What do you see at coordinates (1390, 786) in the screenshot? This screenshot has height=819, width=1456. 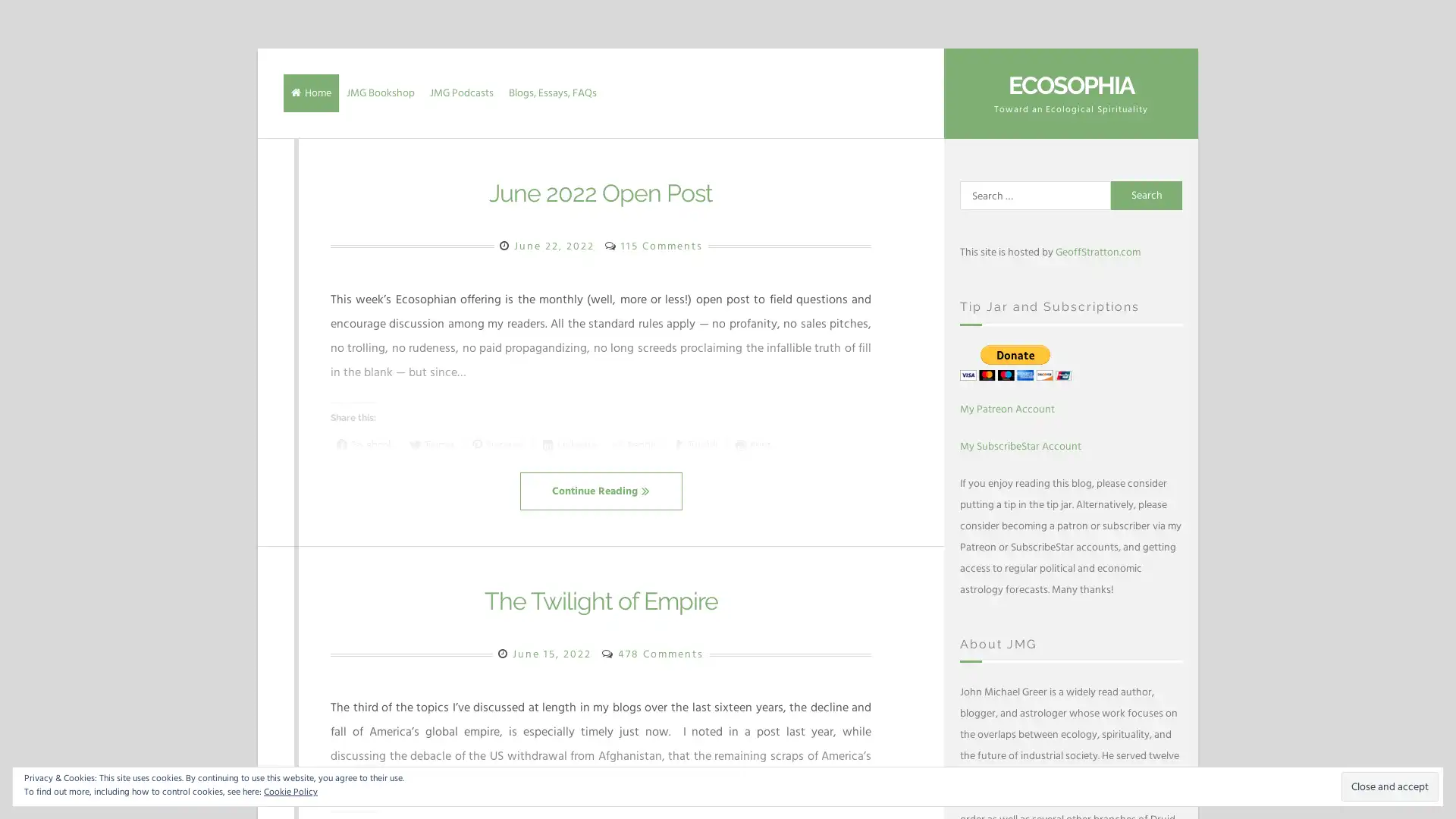 I see `Close and accept` at bounding box center [1390, 786].